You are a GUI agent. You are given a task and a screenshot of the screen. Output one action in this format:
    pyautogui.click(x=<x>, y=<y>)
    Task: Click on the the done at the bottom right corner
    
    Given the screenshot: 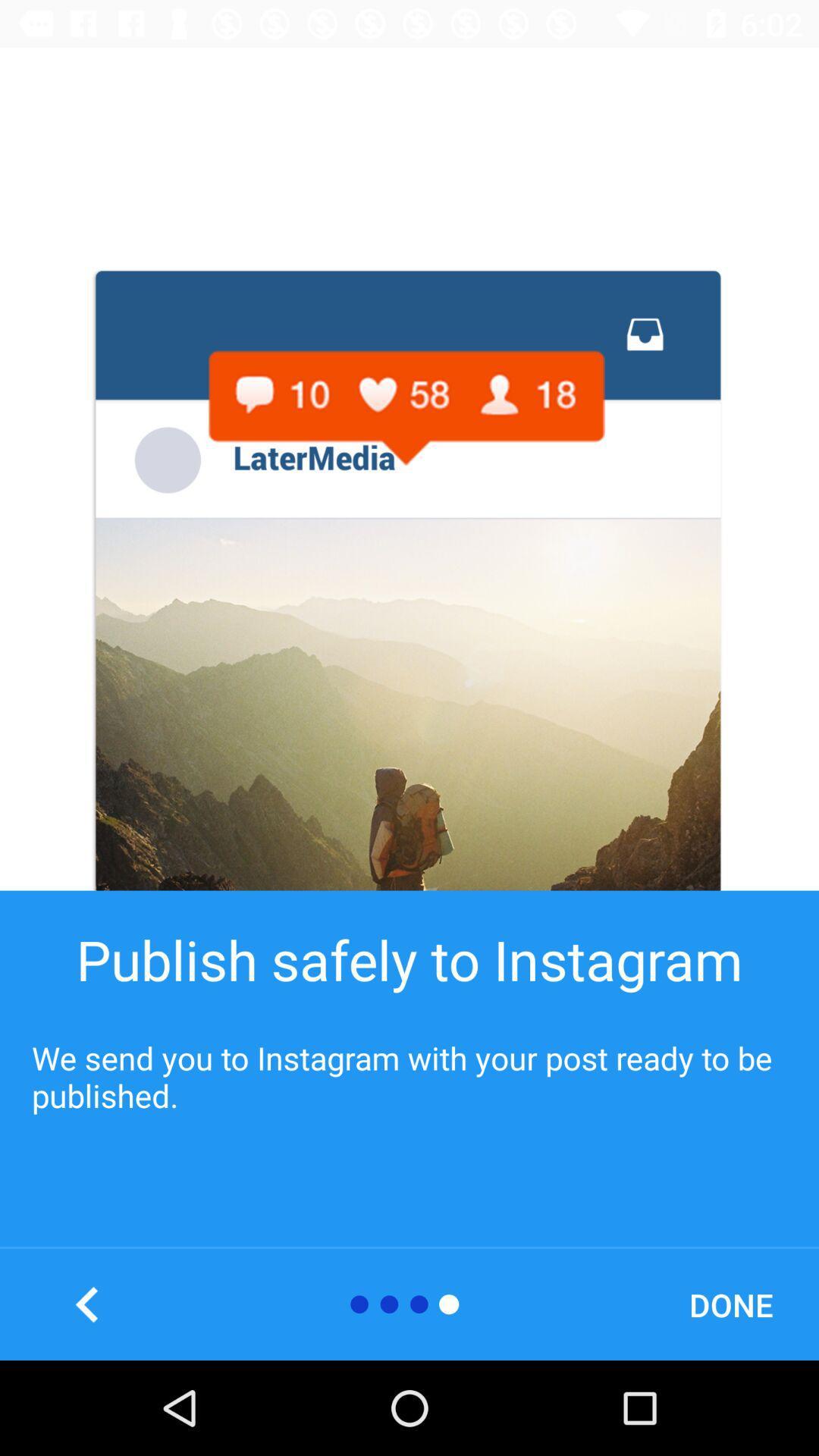 What is the action you would take?
    pyautogui.click(x=730, y=1304)
    